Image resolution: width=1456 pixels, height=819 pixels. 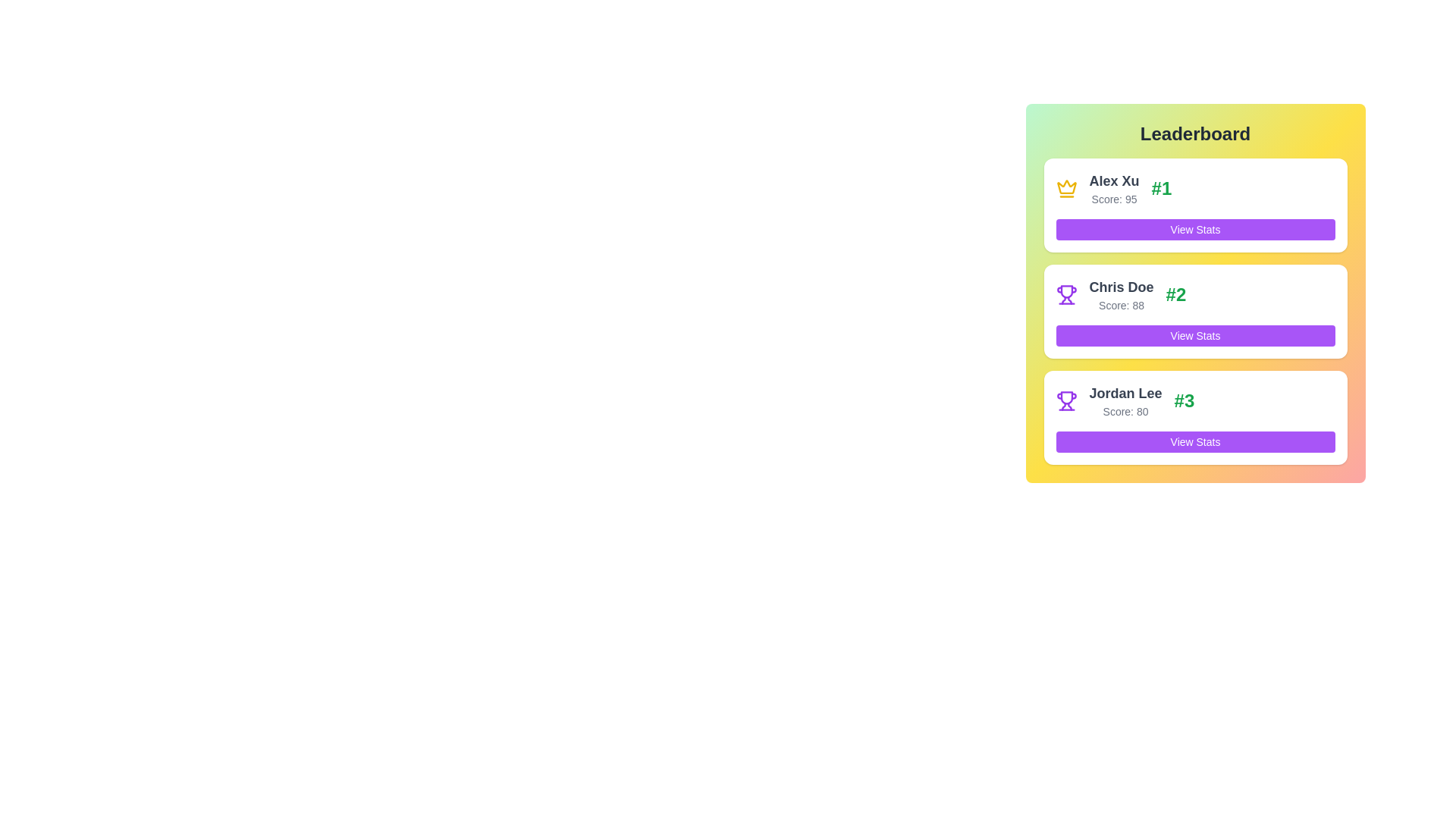 I want to click on the 'View Stats' button for player Chris Doe, so click(x=1194, y=335).